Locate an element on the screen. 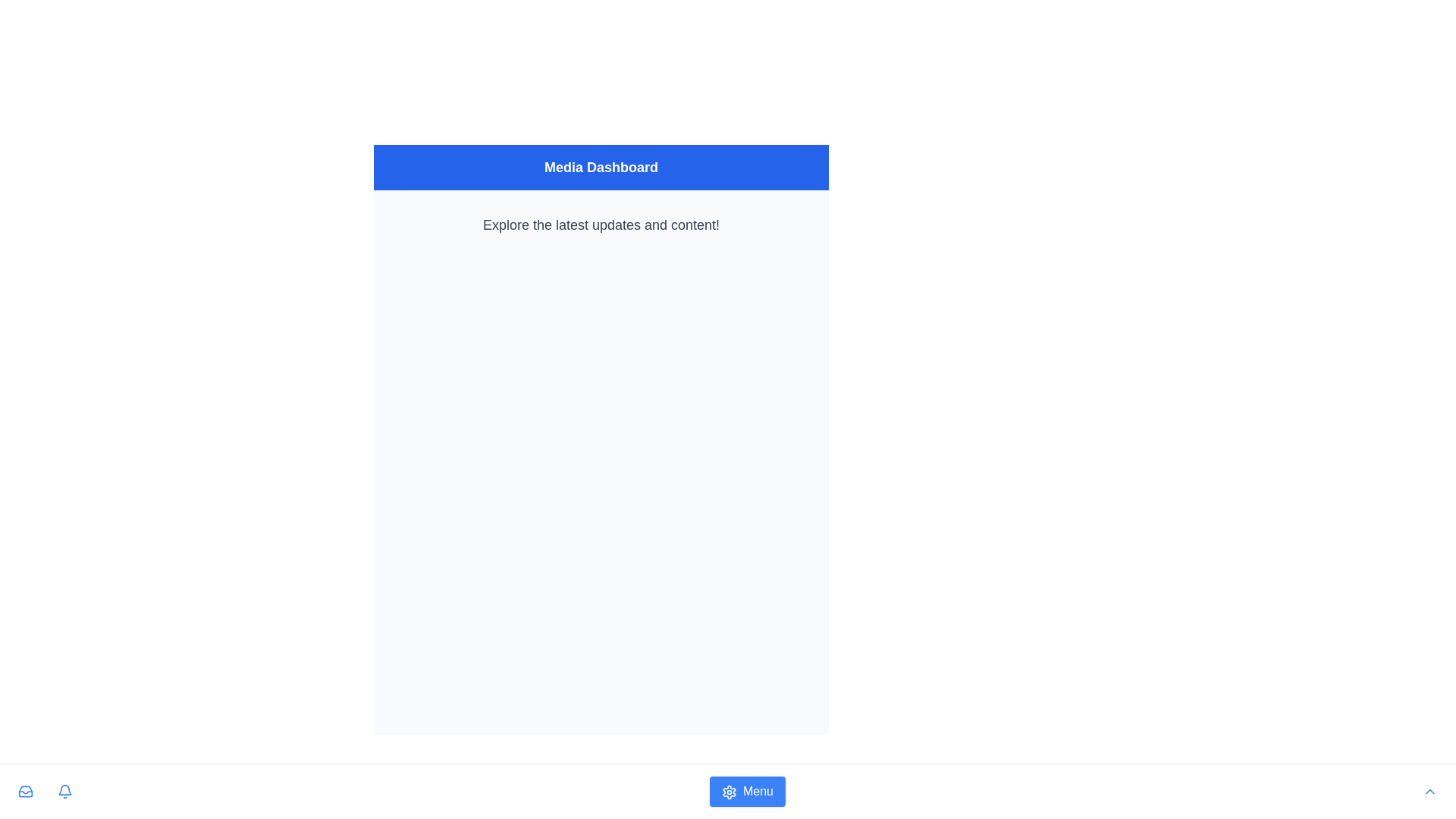 The image size is (1456, 819). the blue inbox tray icon button located in the bottom-left corner of the interface is located at coordinates (25, 791).